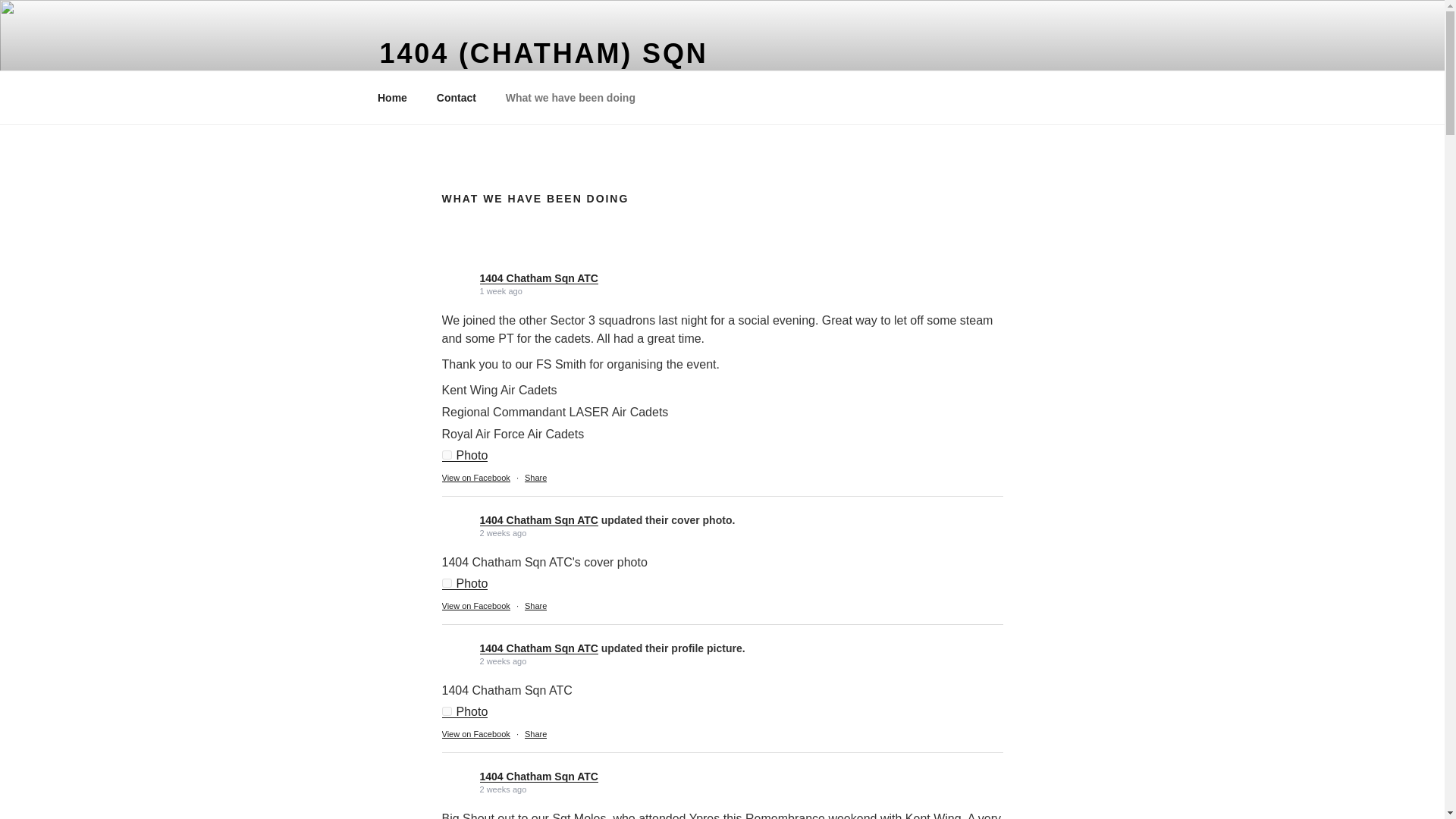  I want to click on 'Share', so click(535, 476).